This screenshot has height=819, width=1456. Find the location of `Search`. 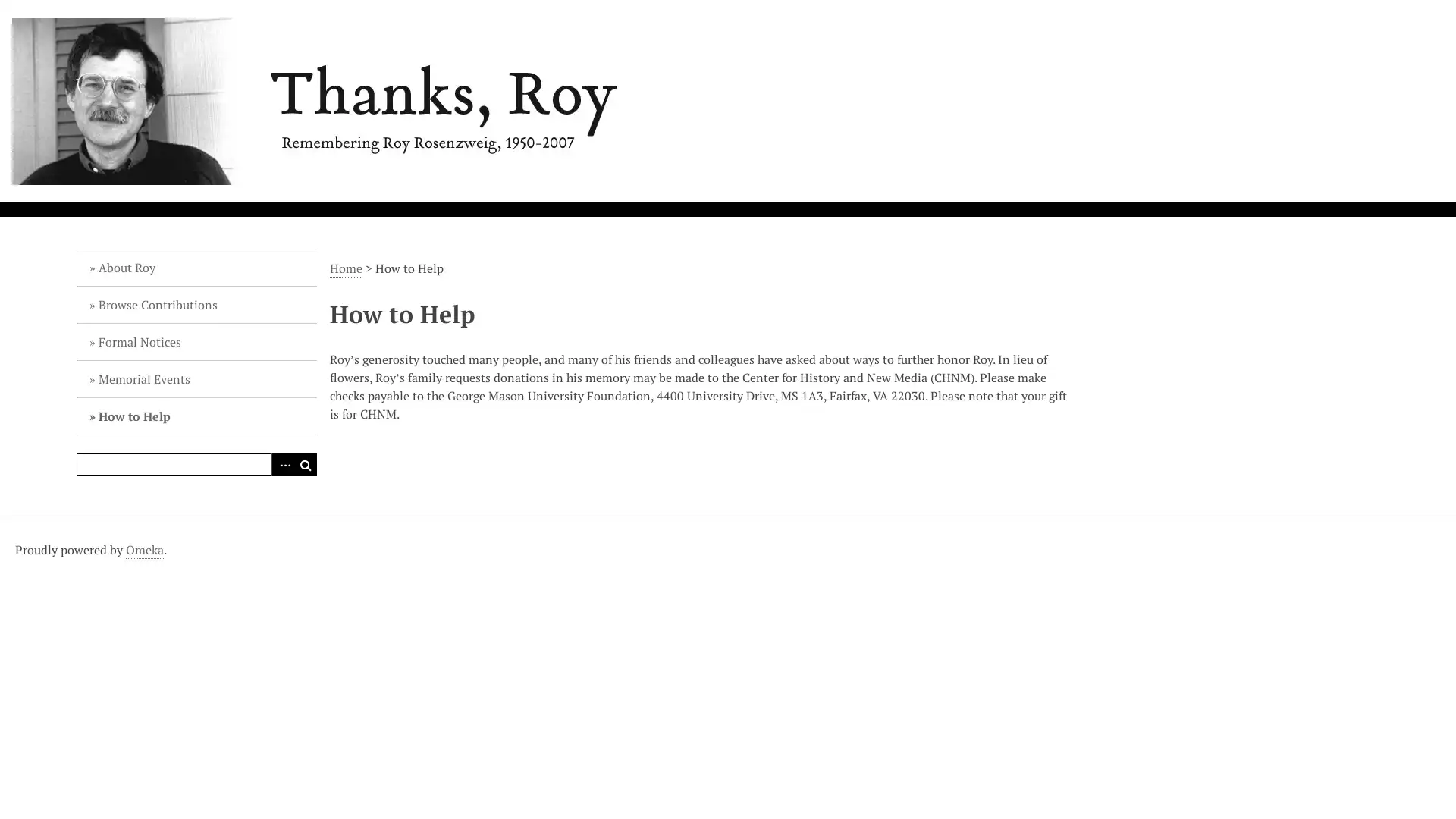

Search is located at coordinates (305, 464).